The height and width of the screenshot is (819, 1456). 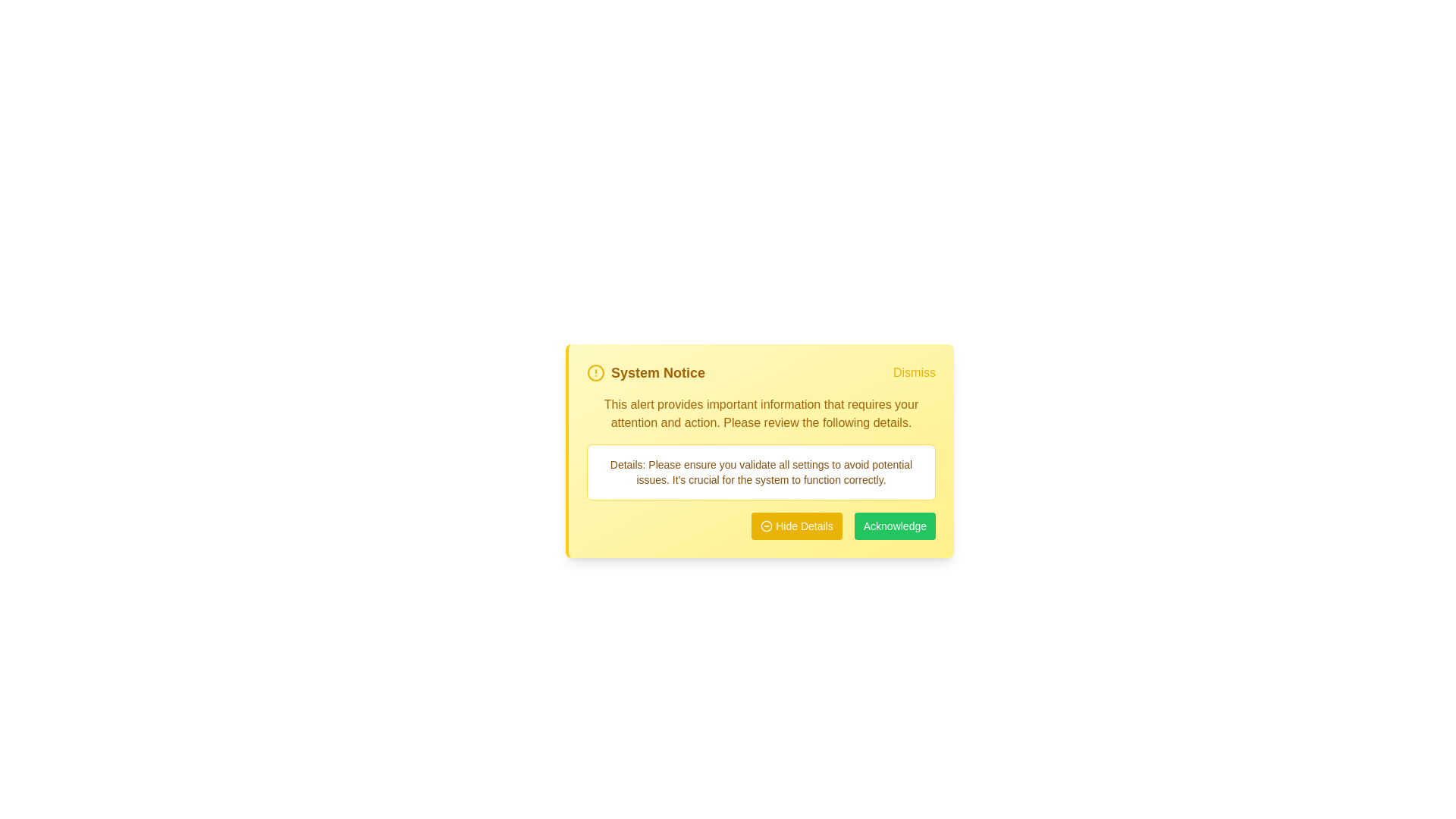 I want to click on the 'Hide Details' button to toggle the visibility of details in the alert component, so click(x=796, y=526).